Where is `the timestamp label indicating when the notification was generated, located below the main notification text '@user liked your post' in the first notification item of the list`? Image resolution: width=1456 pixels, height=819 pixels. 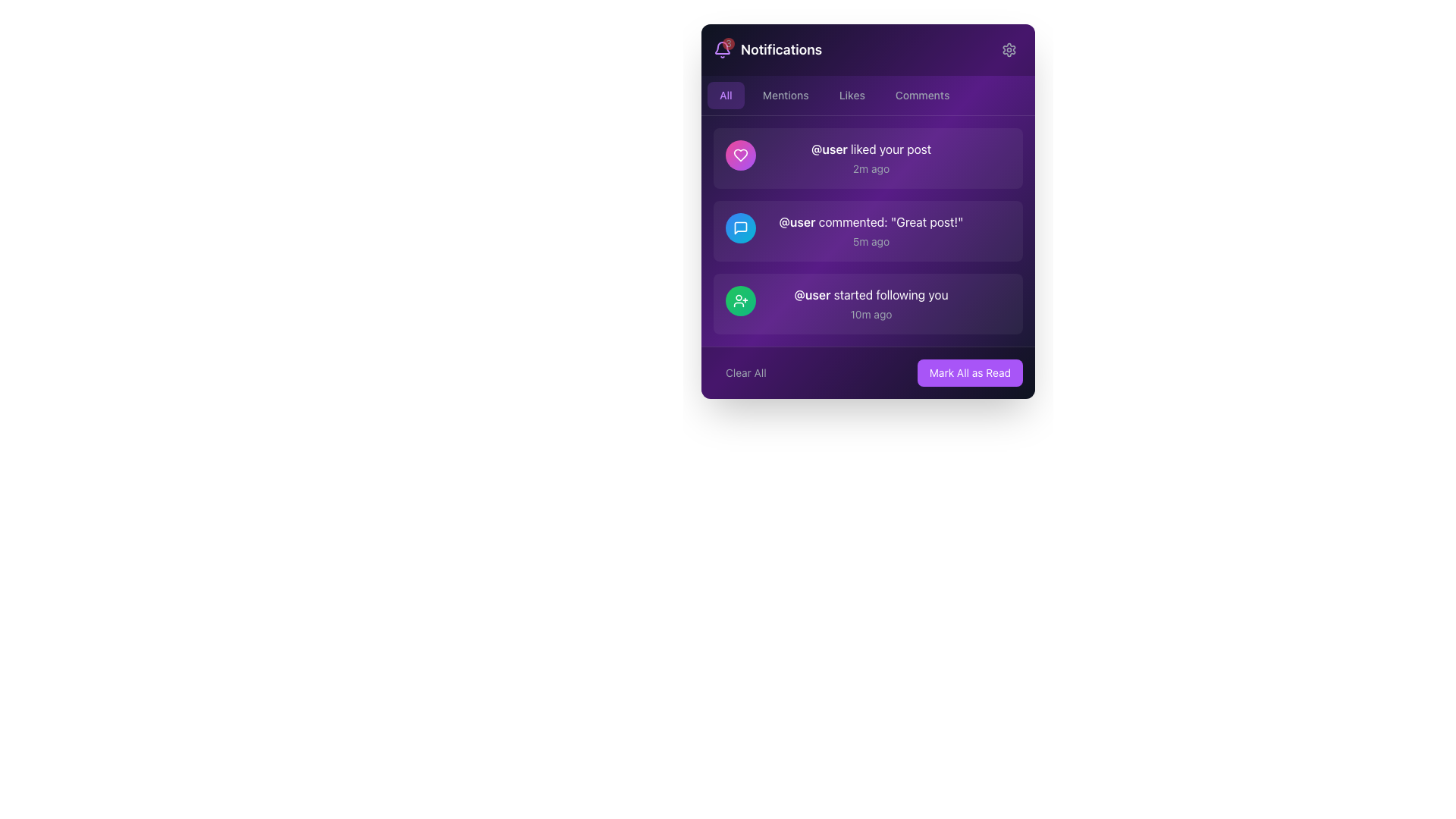 the timestamp label indicating when the notification was generated, located below the main notification text '@user liked your post' in the first notification item of the list is located at coordinates (871, 169).